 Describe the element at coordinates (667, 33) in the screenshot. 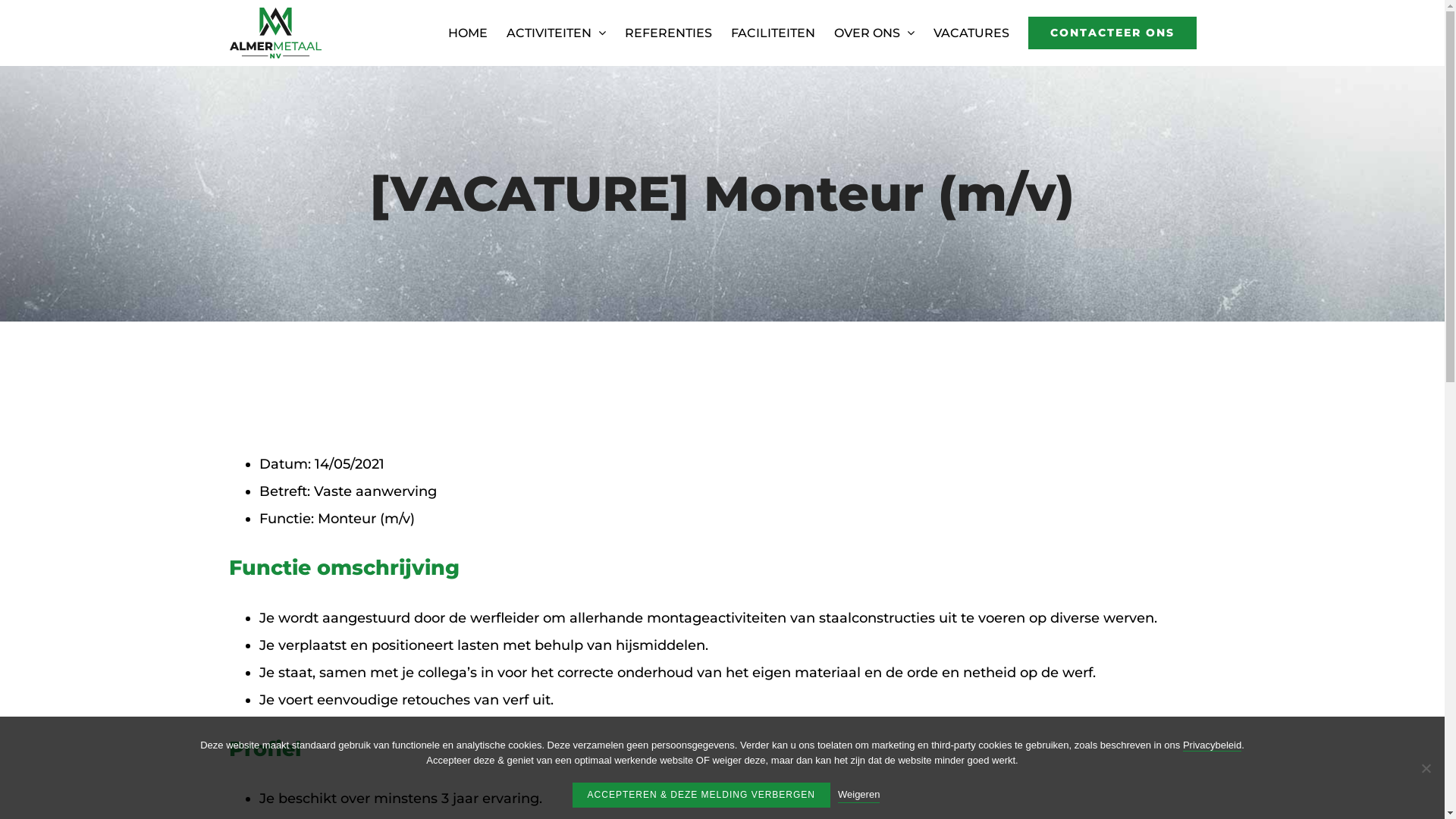

I see `'REFERENTIES'` at that location.